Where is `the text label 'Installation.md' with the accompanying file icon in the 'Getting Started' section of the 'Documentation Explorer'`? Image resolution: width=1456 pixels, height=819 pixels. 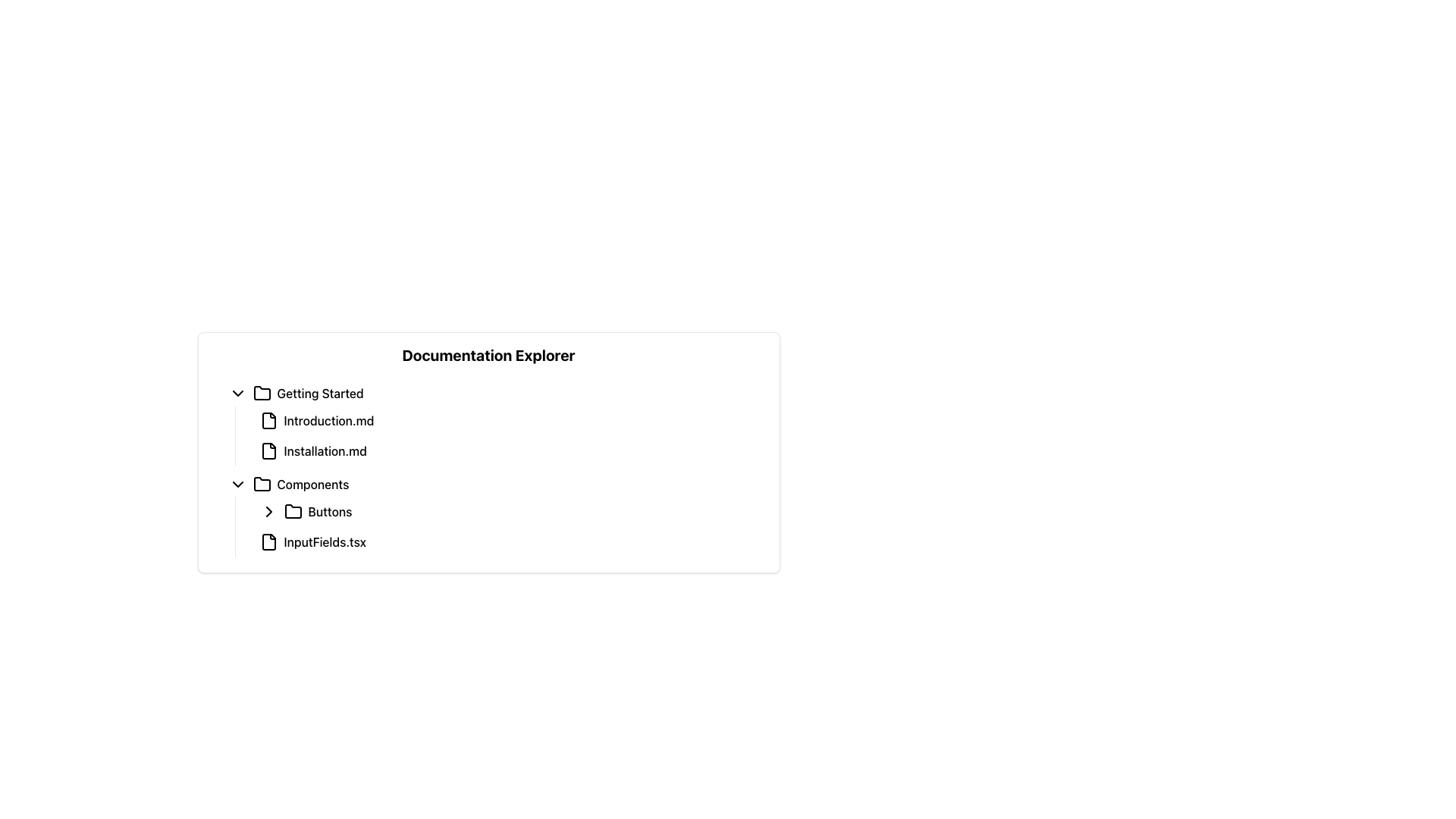
the text label 'Installation.md' with the accompanying file icon in the 'Getting Started' section of the 'Documentation Explorer' is located at coordinates (312, 450).